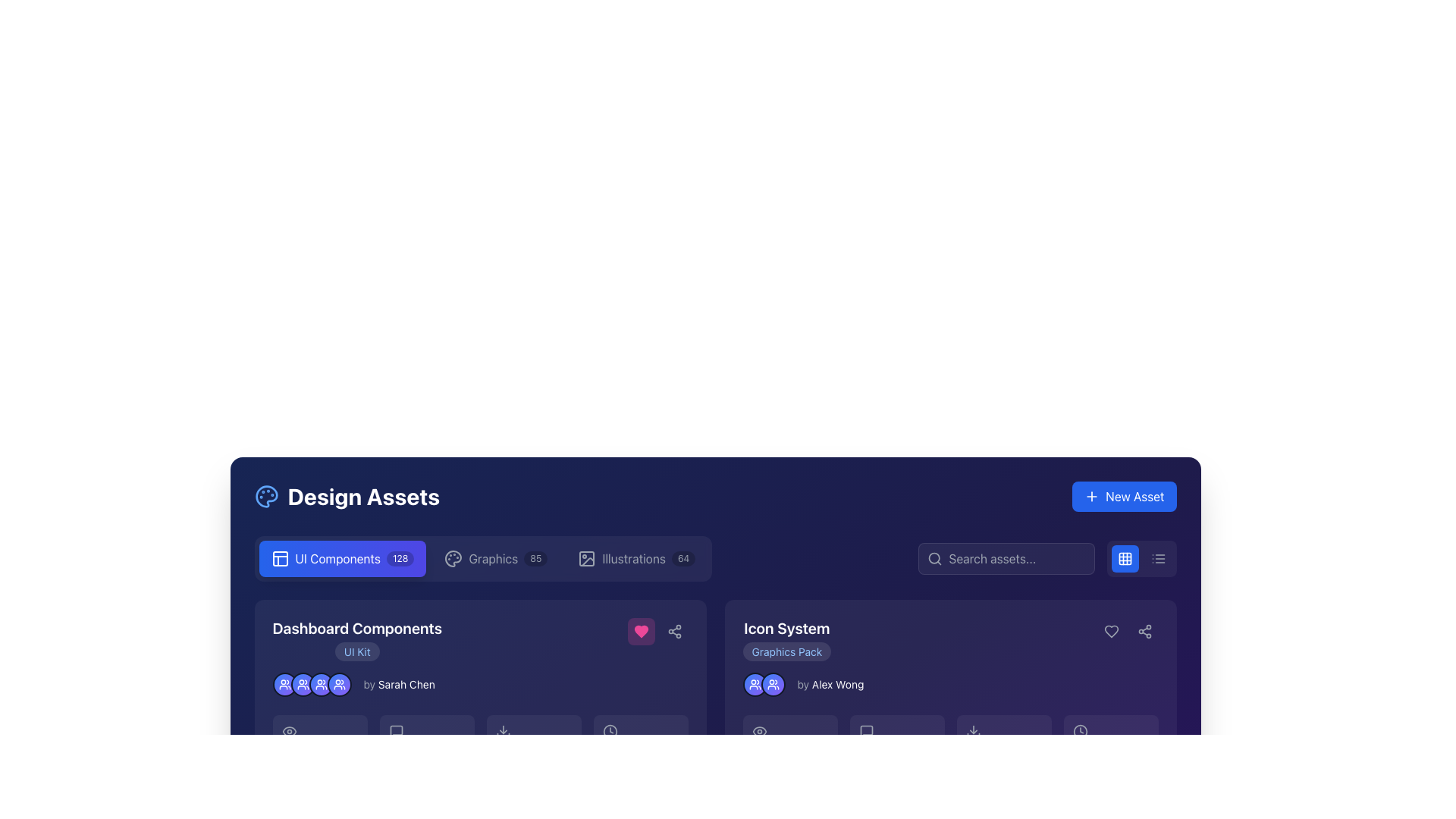  I want to click on the small rounded badge displaying the number '85', which is part of the 'Graphics' tab section and positioned to the far right, near other similar numeric badges, so click(535, 558).